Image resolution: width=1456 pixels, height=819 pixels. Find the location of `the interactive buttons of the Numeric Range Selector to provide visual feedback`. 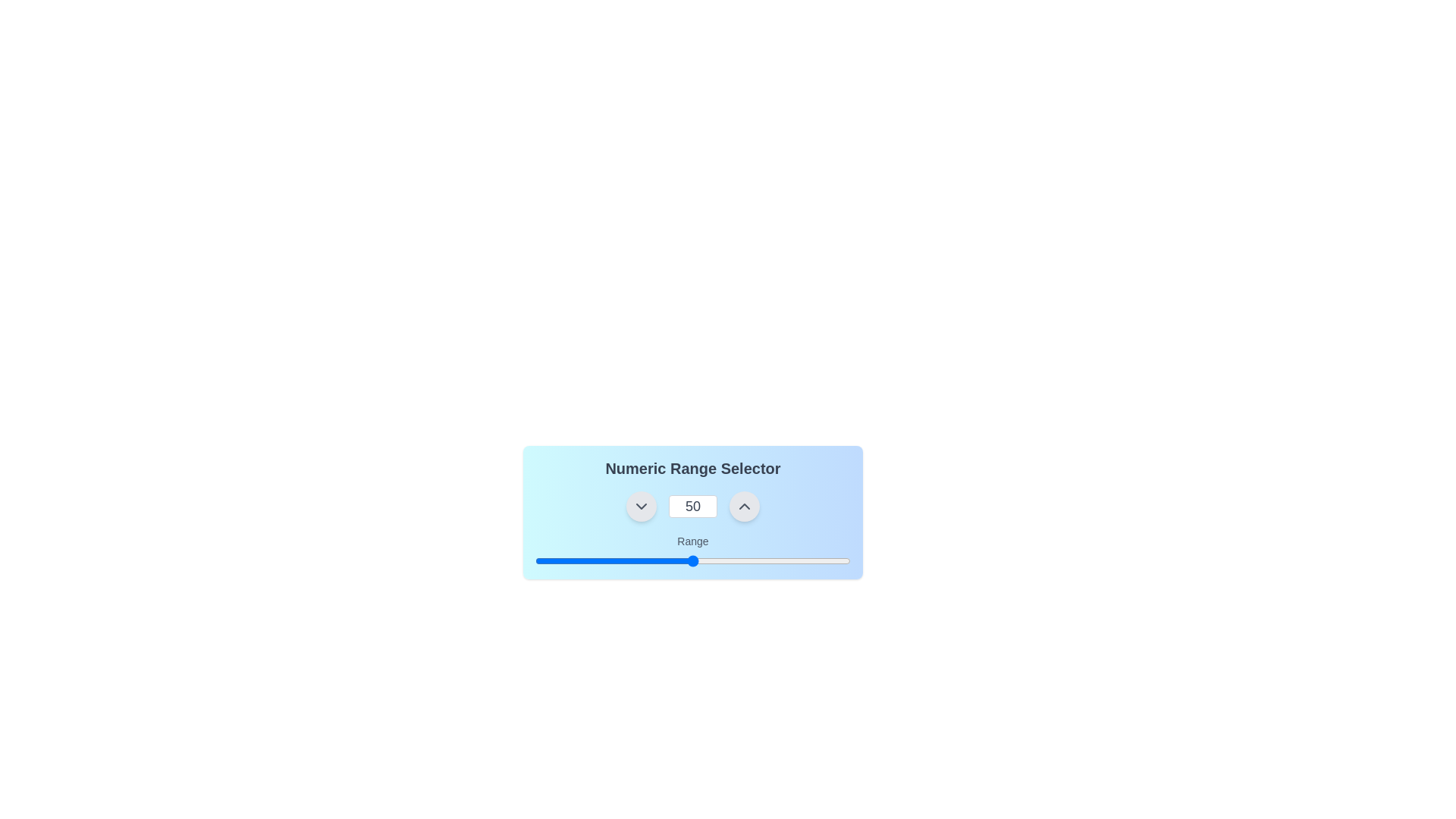

the interactive buttons of the Numeric Range Selector to provide visual feedback is located at coordinates (692, 506).